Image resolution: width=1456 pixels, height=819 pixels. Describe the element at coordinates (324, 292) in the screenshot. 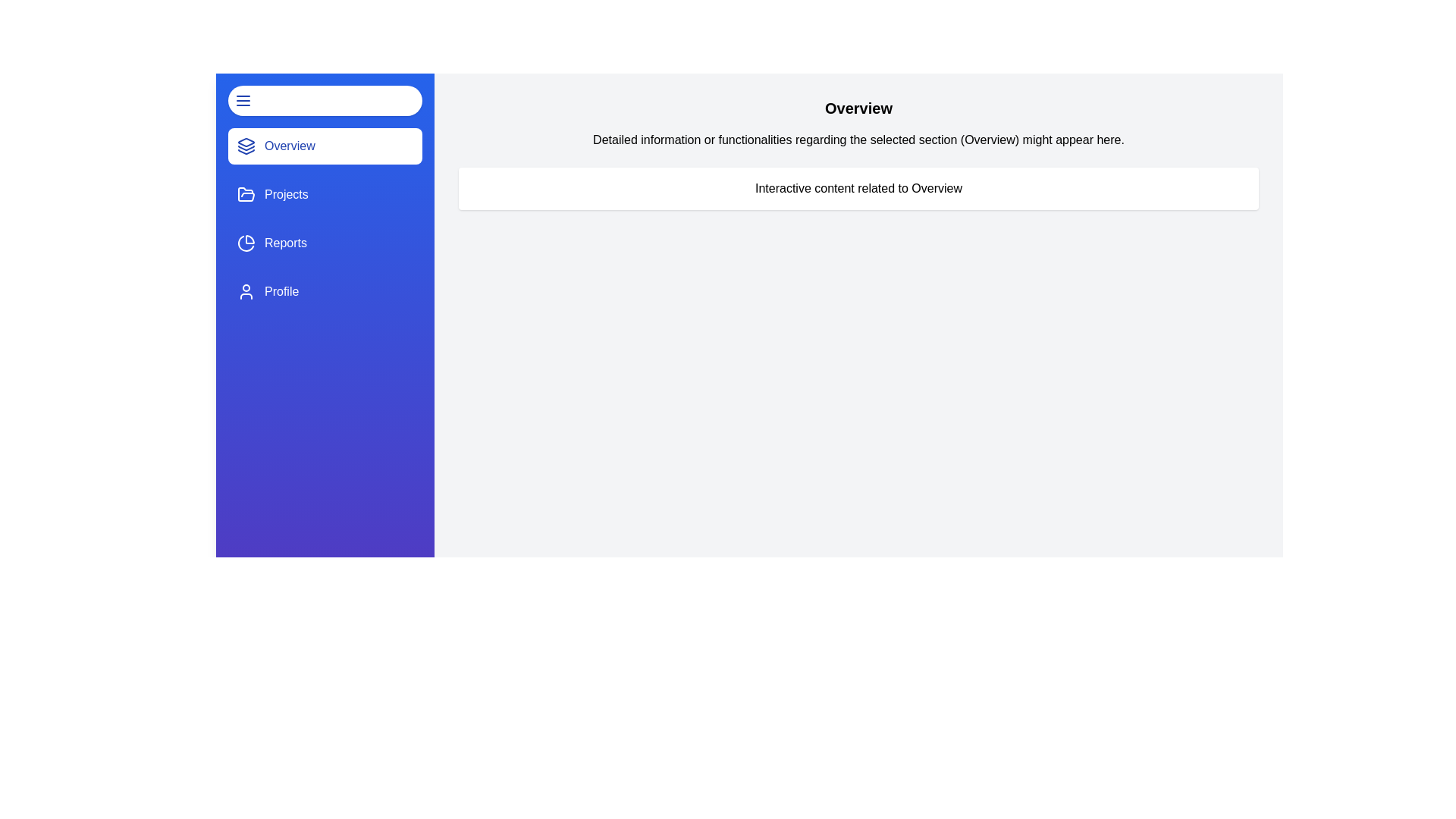

I see `the navigation section Profile` at that location.